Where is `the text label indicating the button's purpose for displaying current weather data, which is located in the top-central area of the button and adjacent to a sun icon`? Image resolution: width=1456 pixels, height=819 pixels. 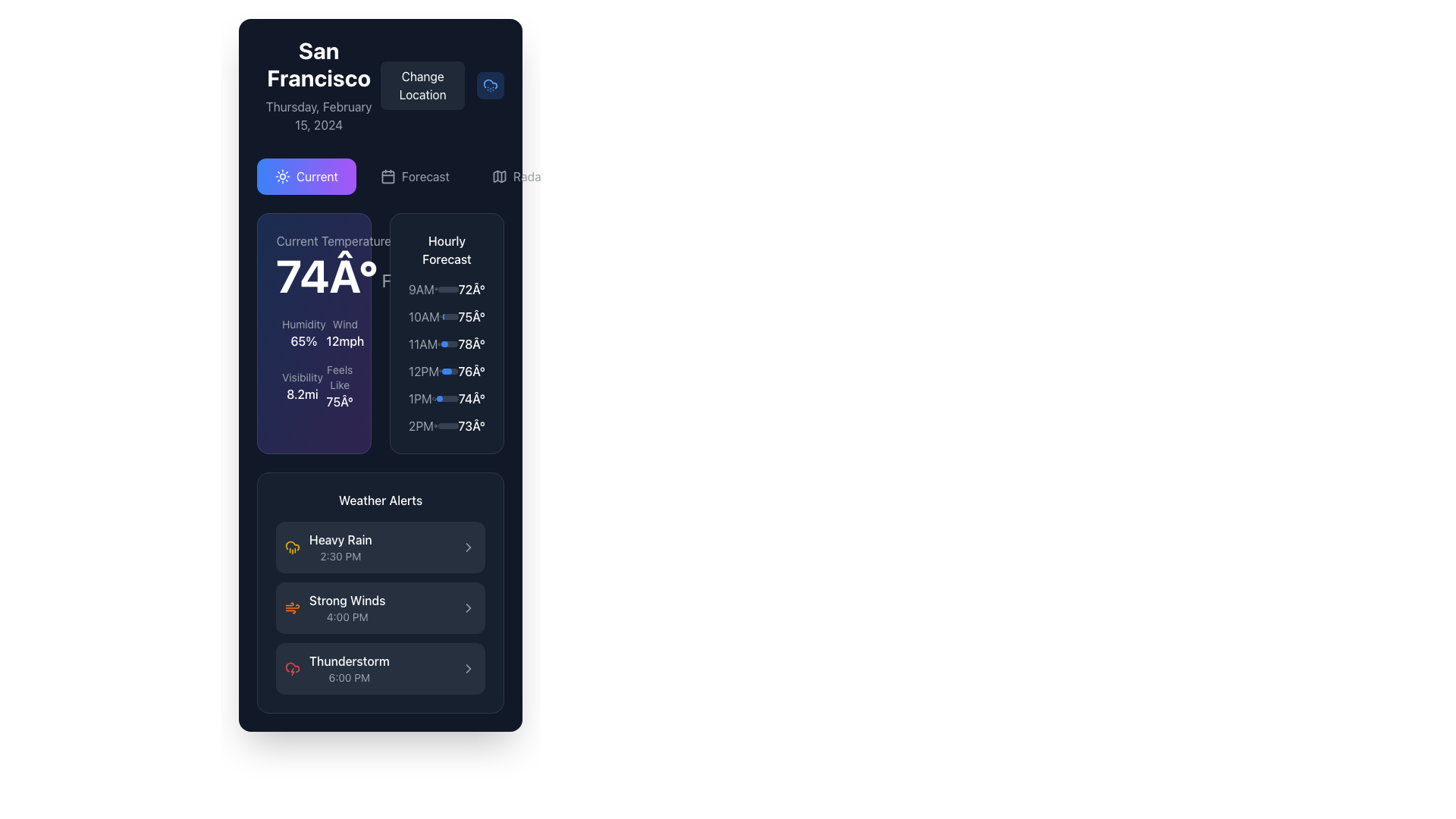 the text label indicating the button's purpose for displaying current weather data, which is located in the top-central area of the button and adjacent to a sun icon is located at coordinates (316, 175).